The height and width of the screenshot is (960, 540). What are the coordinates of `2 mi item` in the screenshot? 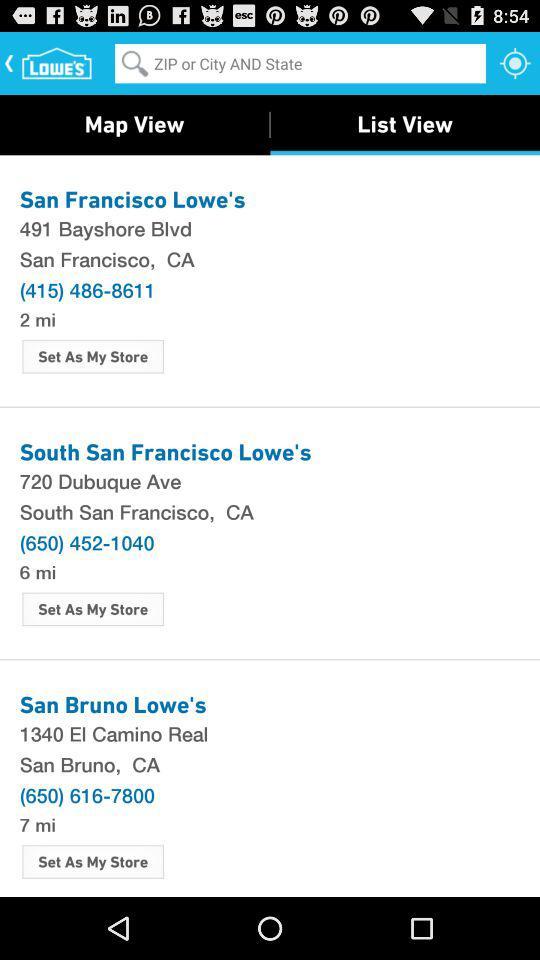 It's located at (37, 318).